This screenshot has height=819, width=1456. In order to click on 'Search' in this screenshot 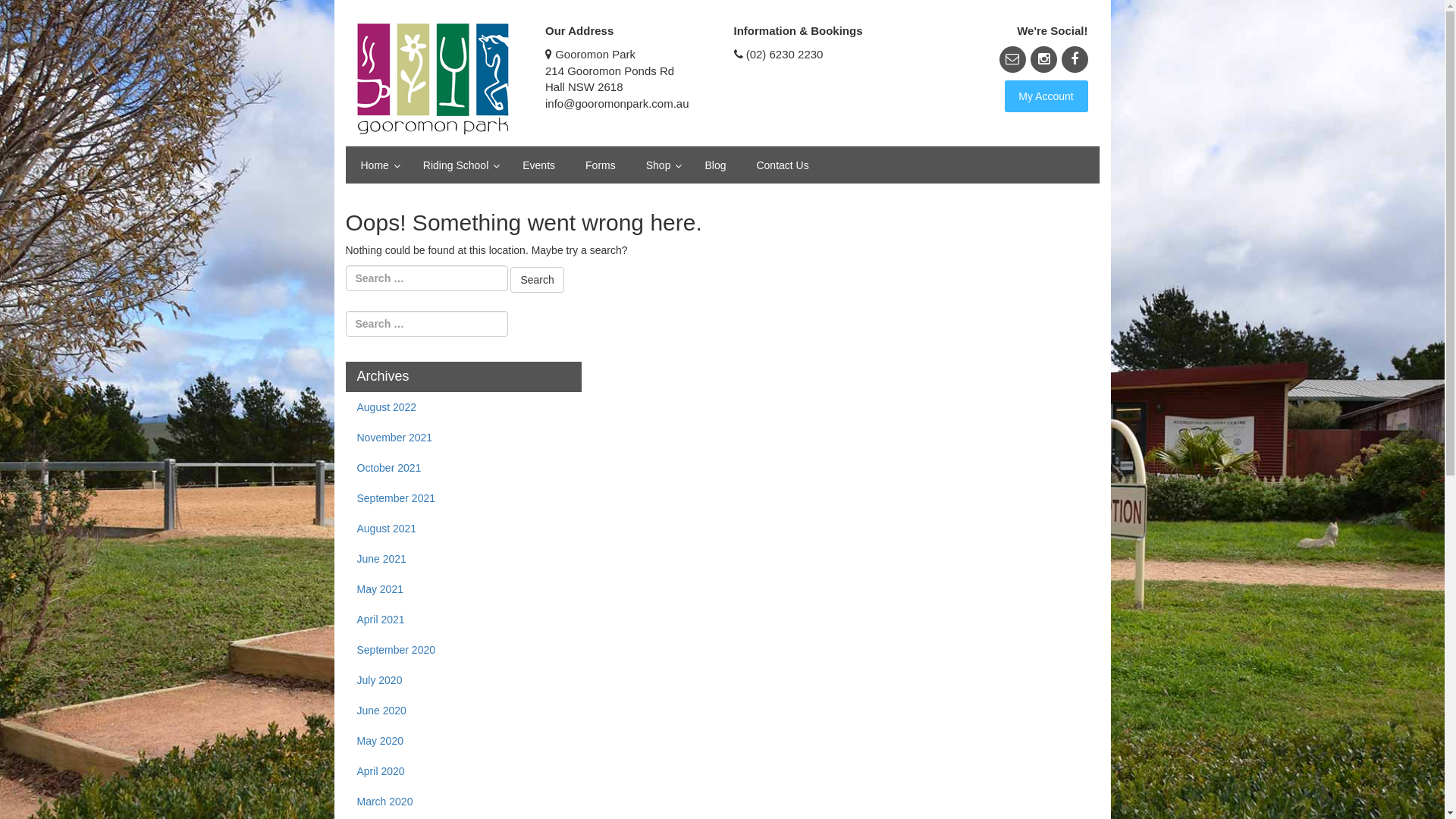, I will do `click(537, 280)`.